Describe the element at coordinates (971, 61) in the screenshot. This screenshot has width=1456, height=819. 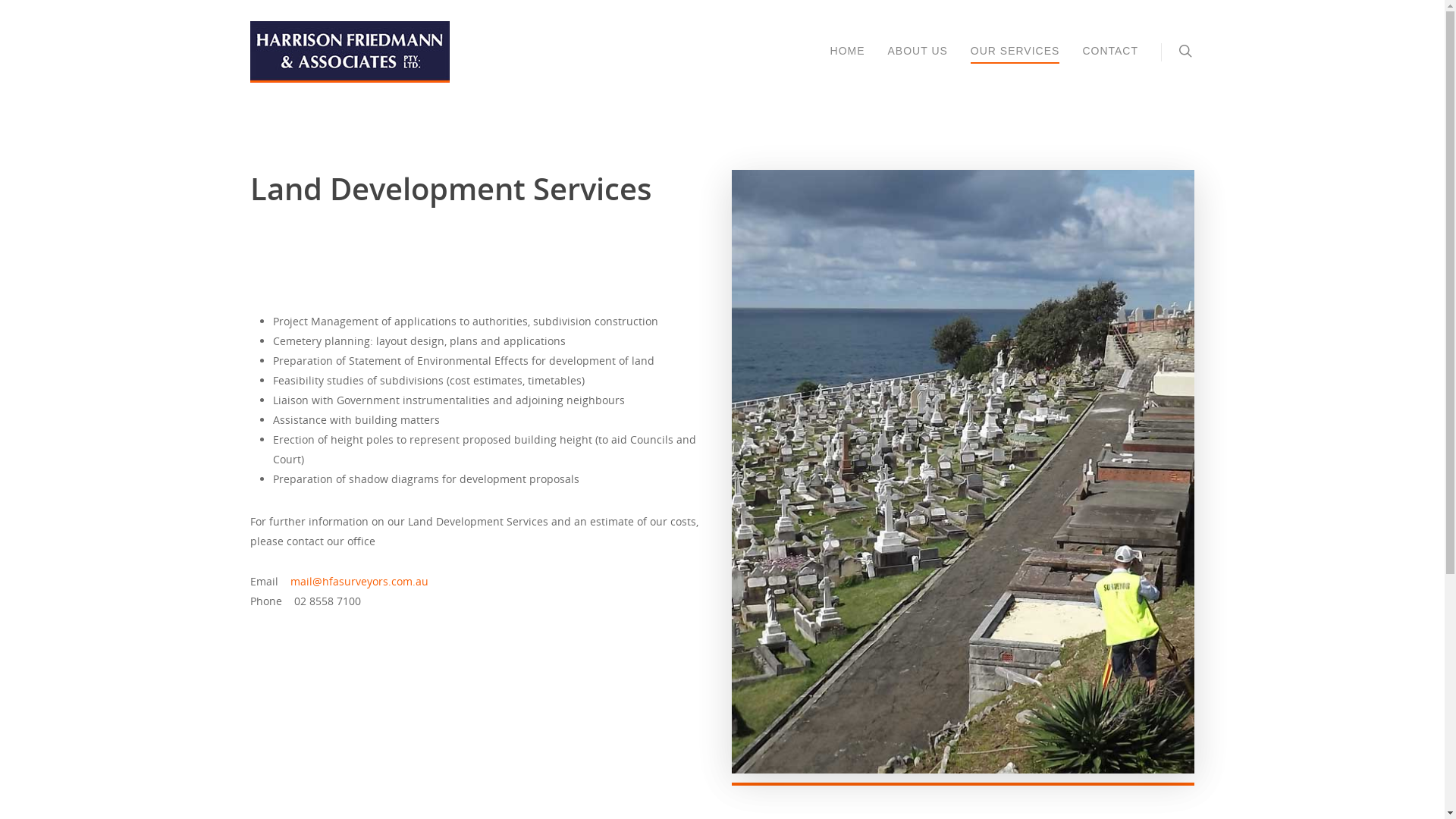
I see `'OUR SERVICES'` at that location.